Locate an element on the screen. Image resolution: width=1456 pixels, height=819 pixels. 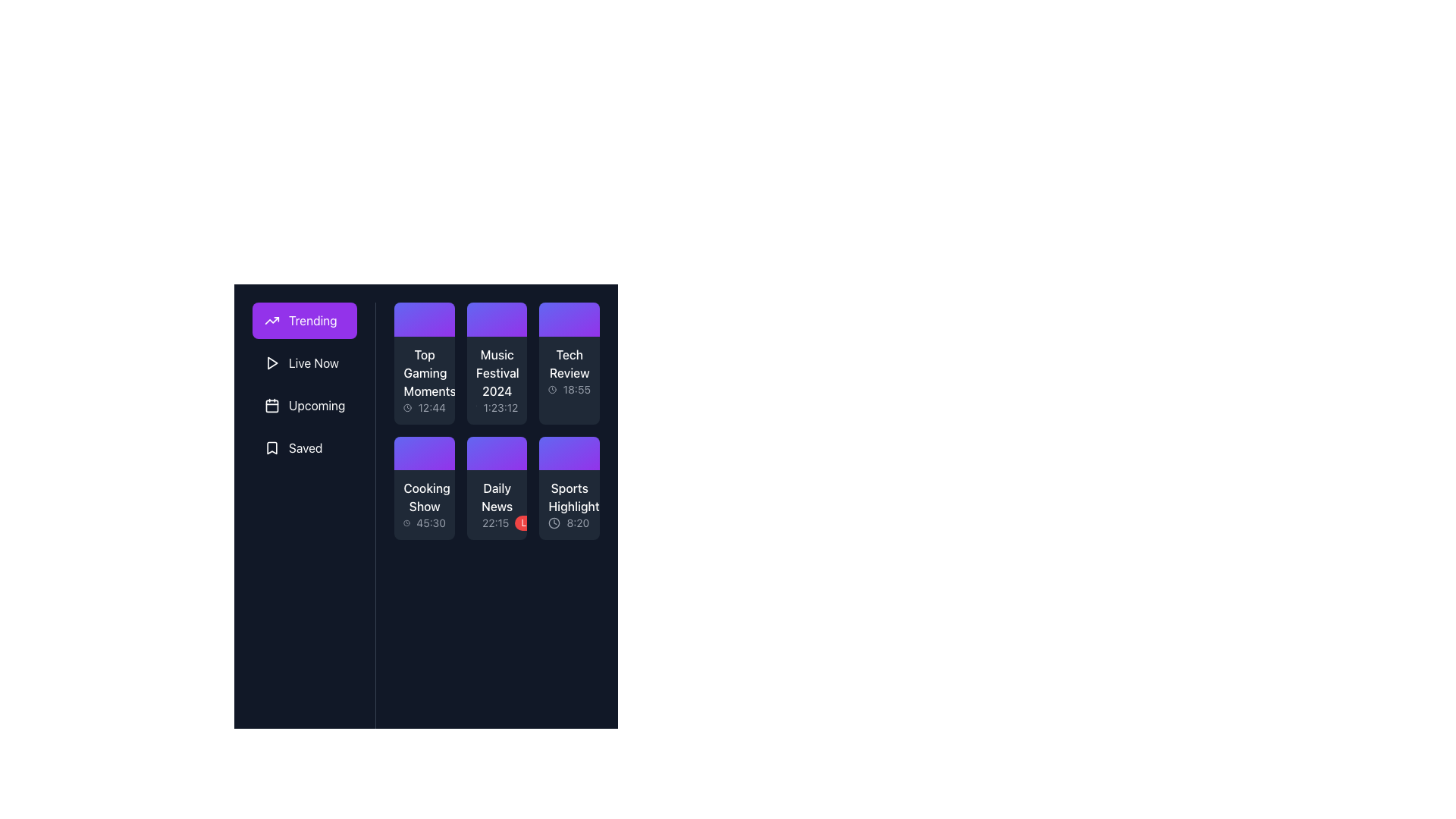
the decorative gradient background of the 'Sports Highlights' card located at the top section, which transitions from deep indigo to vibrant purple is located at coordinates (569, 453).